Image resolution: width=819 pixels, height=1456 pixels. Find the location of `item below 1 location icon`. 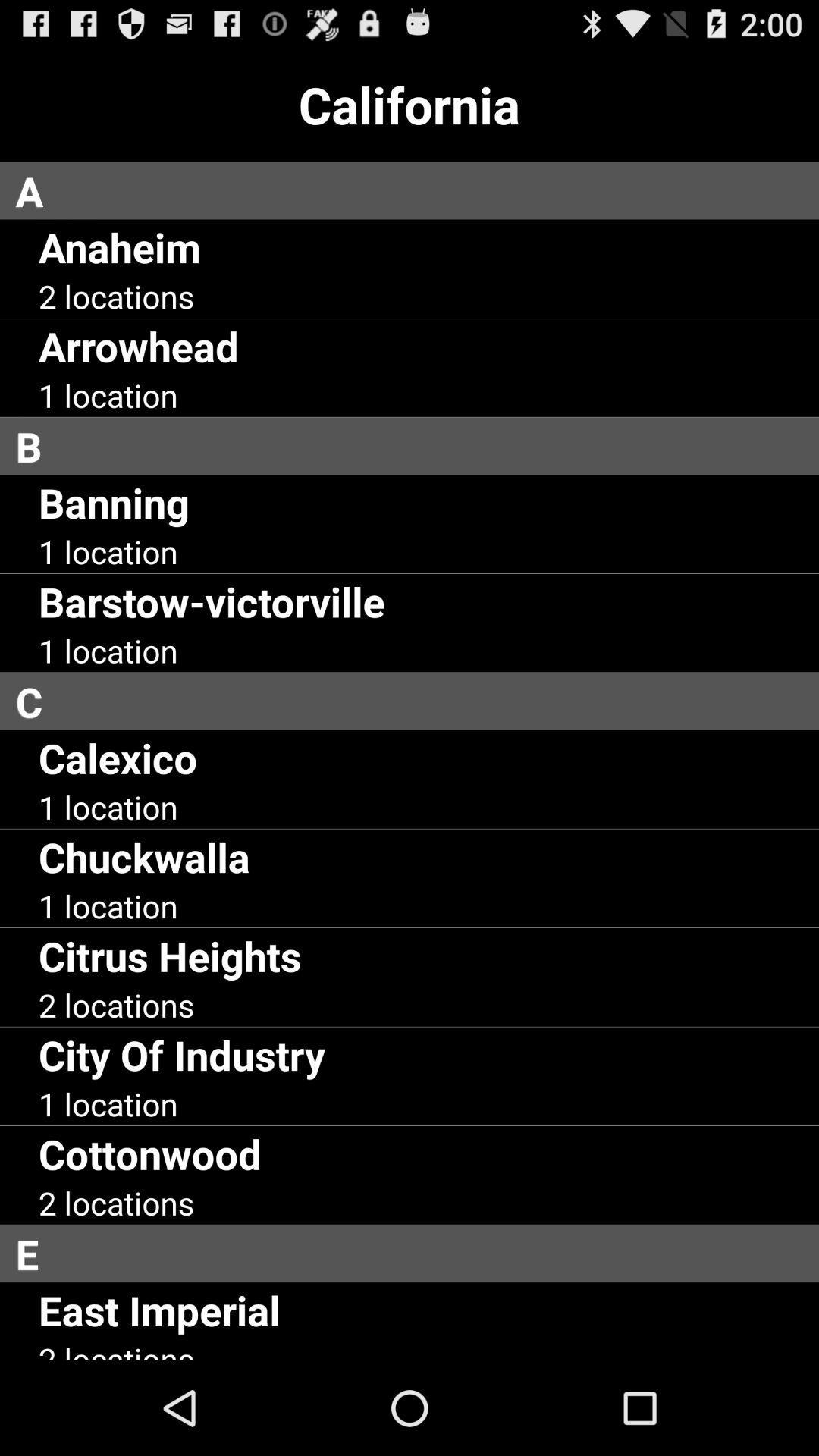

item below 1 location icon is located at coordinates (212, 601).